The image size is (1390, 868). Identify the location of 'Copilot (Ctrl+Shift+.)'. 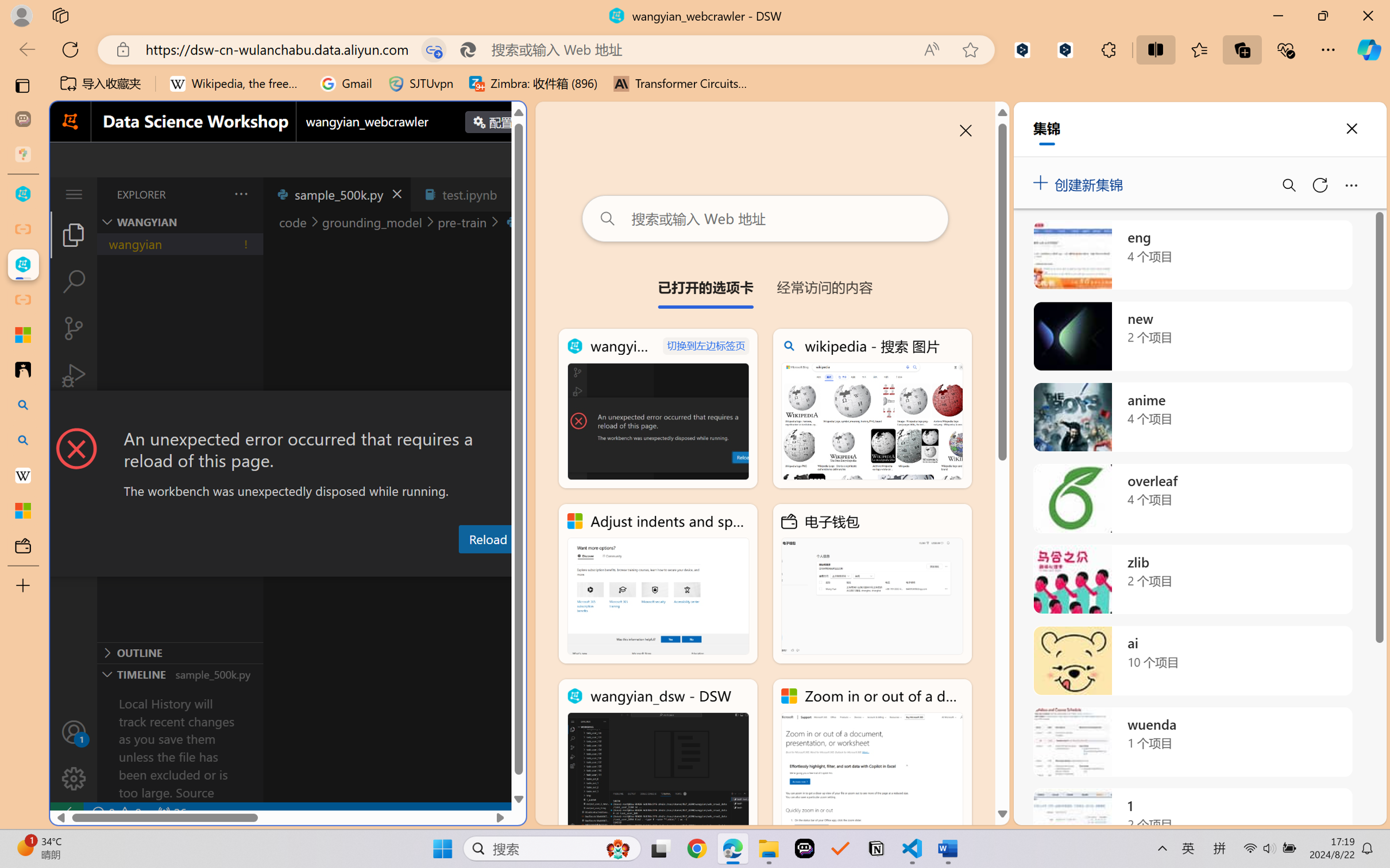
(1369, 49).